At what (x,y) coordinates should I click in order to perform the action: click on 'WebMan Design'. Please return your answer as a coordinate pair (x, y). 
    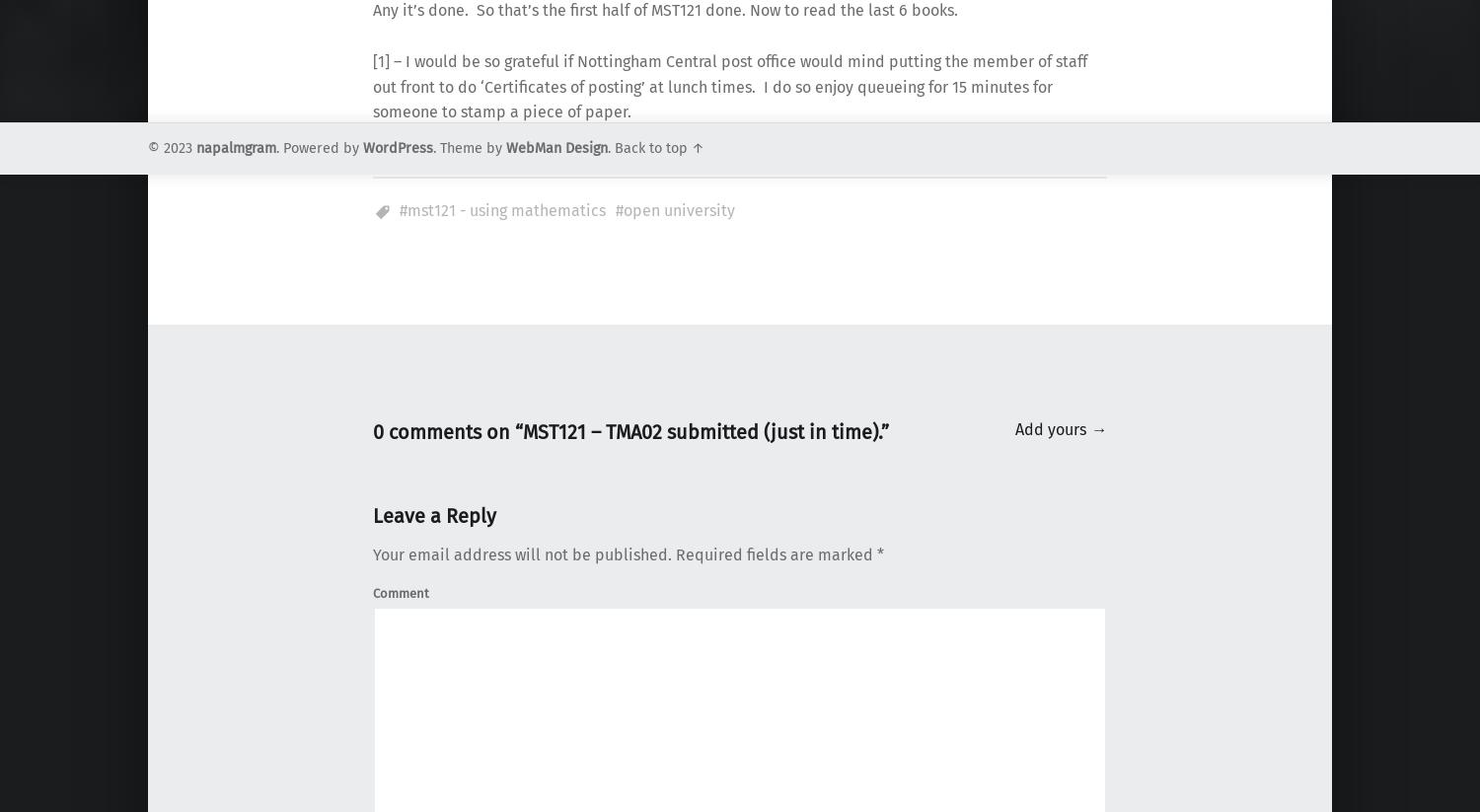
    Looking at the image, I should click on (555, 147).